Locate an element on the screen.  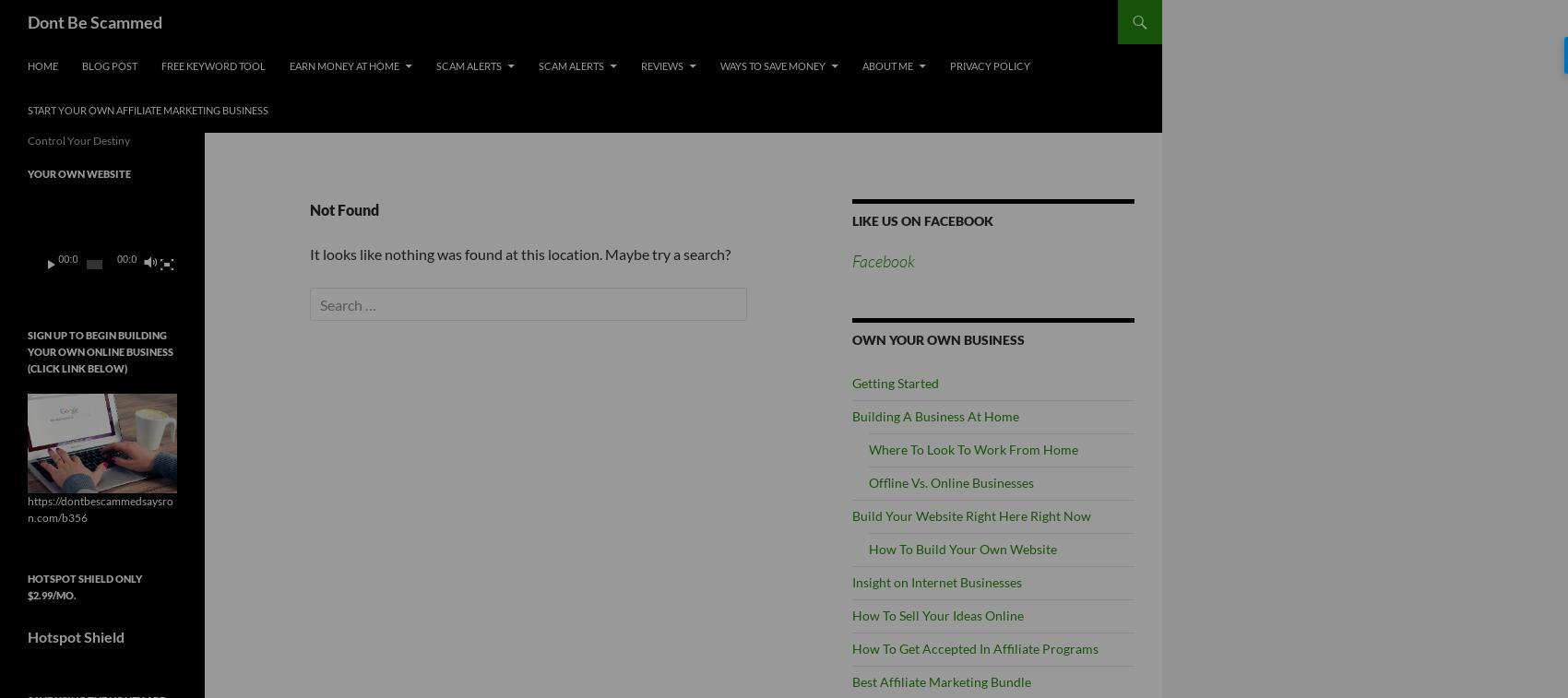
'https://dontbescammedsaysron.com/b356' is located at coordinates (99, 508).